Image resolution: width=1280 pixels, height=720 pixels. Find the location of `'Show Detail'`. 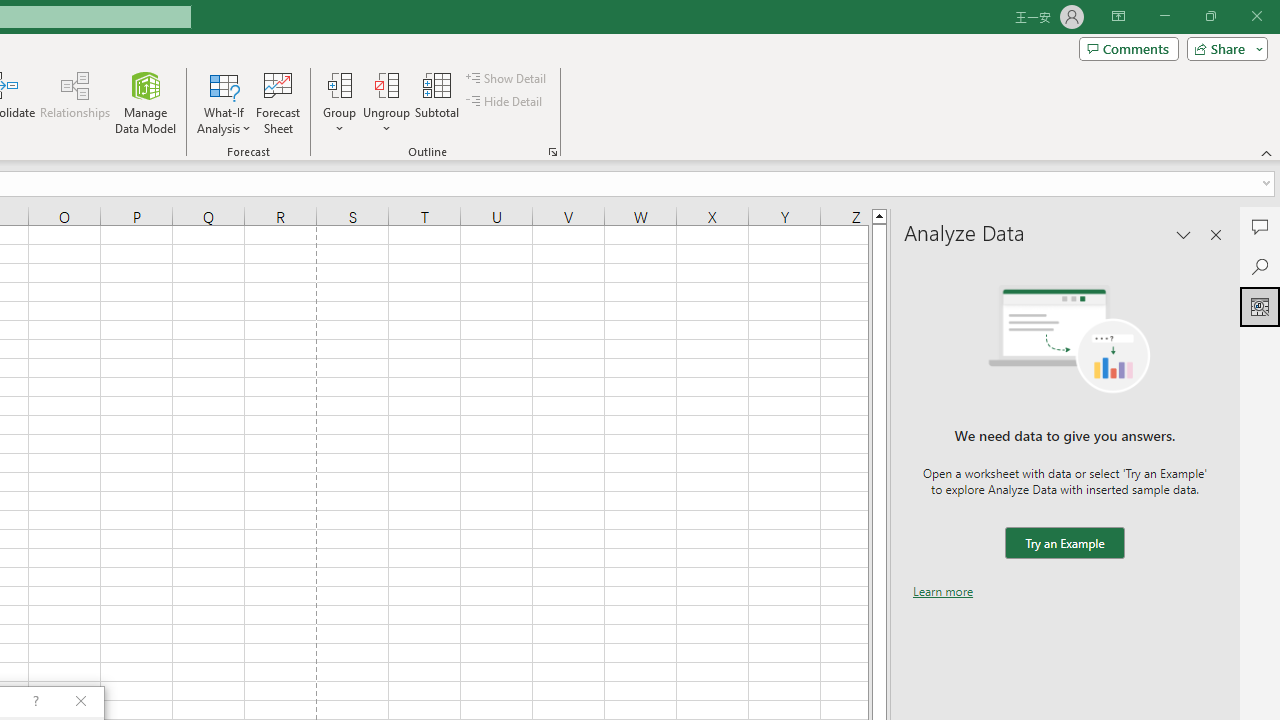

'Show Detail' is located at coordinates (507, 77).